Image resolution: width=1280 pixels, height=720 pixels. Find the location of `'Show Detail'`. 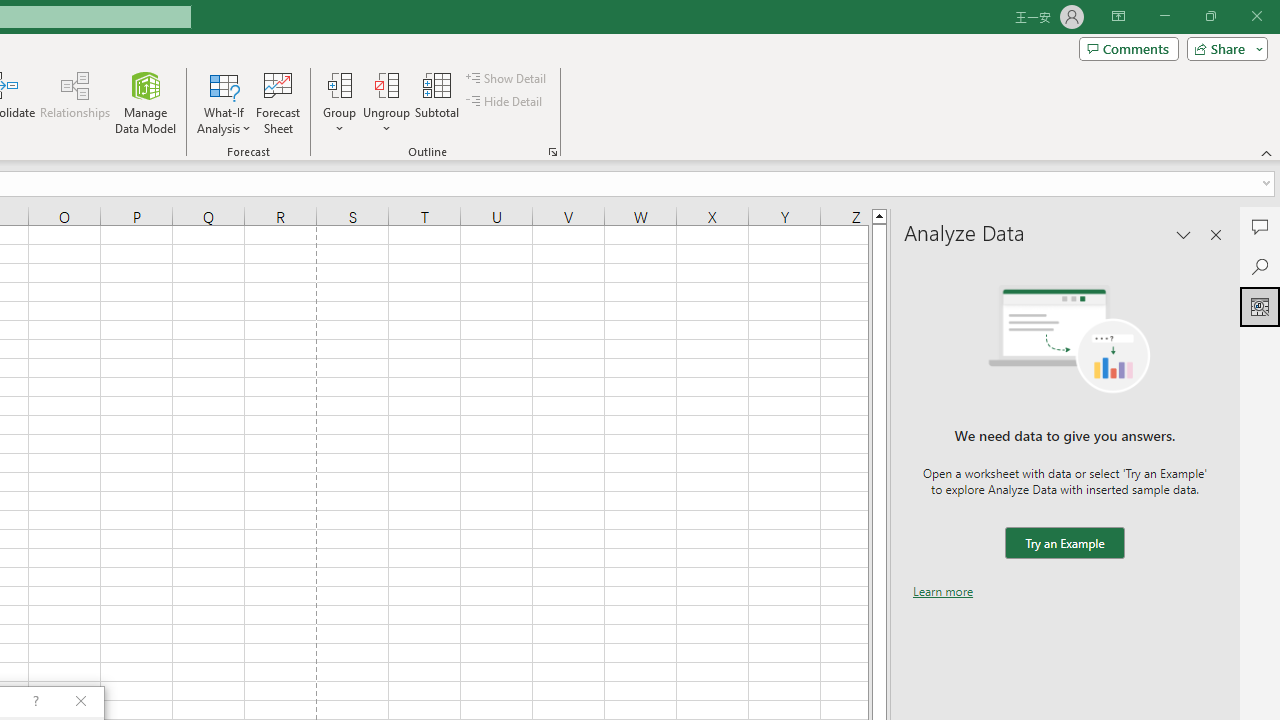

'Show Detail' is located at coordinates (507, 77).